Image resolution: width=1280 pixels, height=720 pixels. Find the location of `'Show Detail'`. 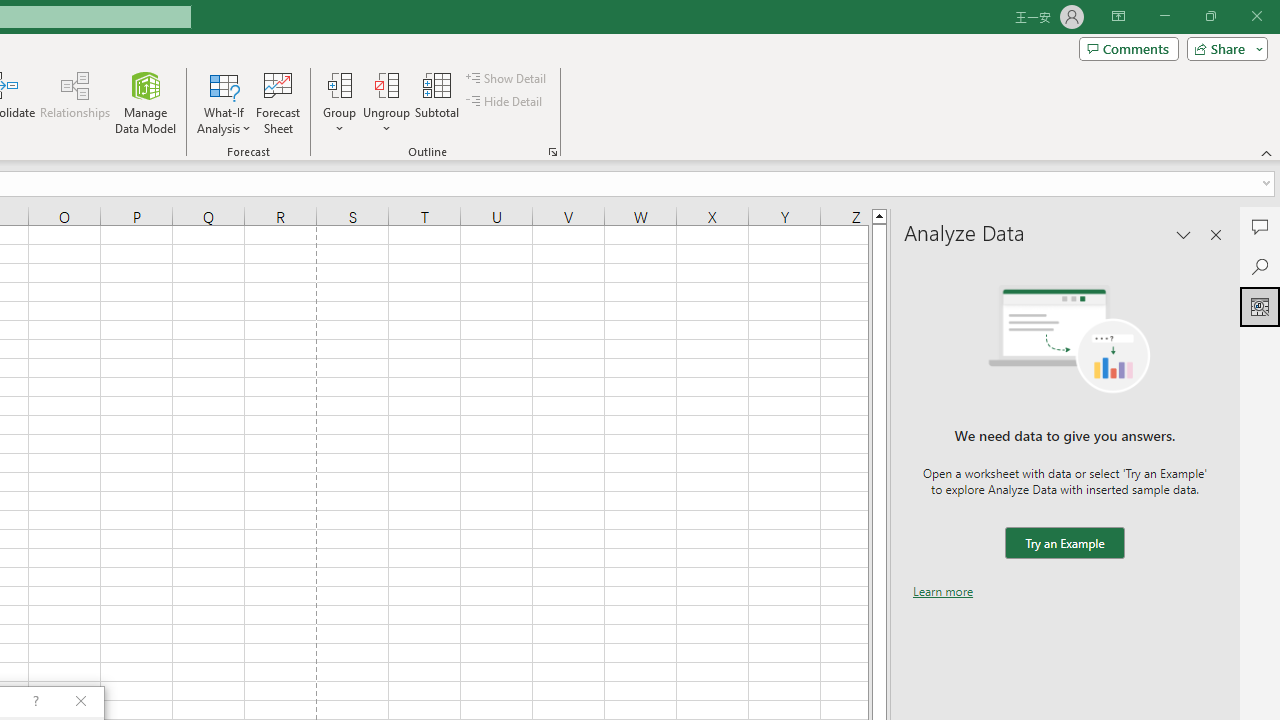

'Show Detail' is located at coordinates (507, 77).